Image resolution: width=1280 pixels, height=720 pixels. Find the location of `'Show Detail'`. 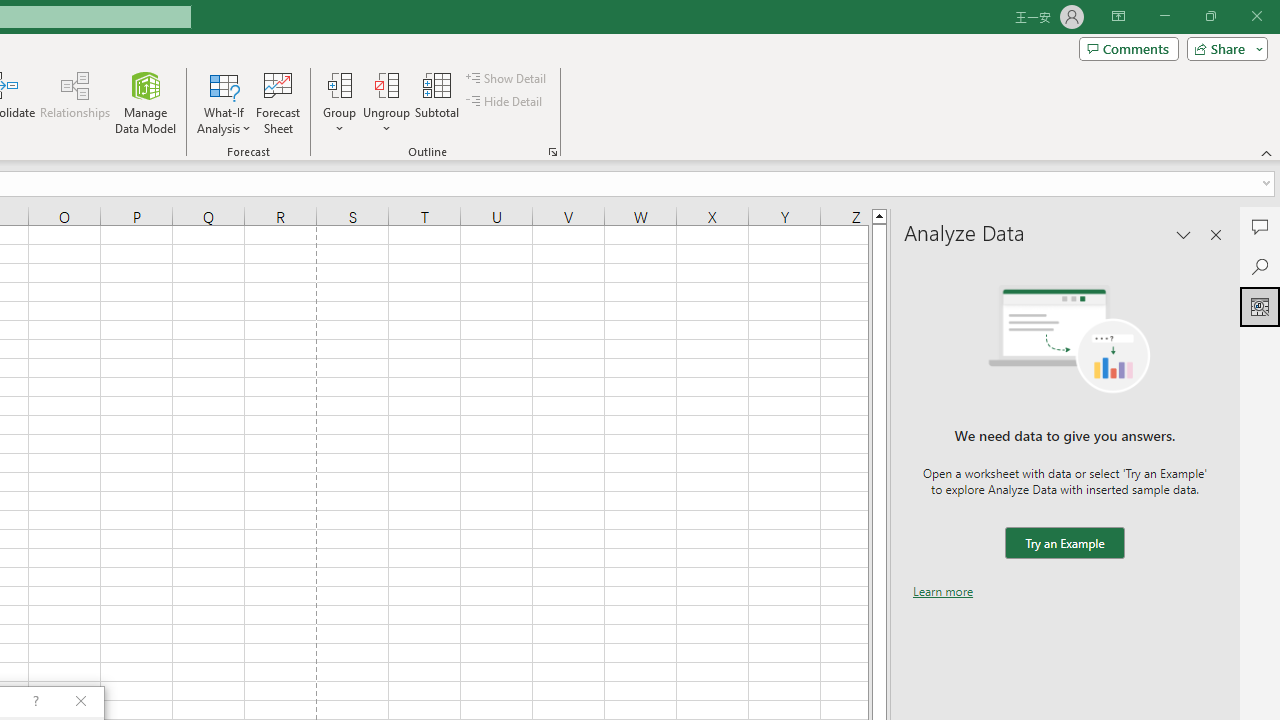

'Show Detail' is located at coordinates (507, 77).